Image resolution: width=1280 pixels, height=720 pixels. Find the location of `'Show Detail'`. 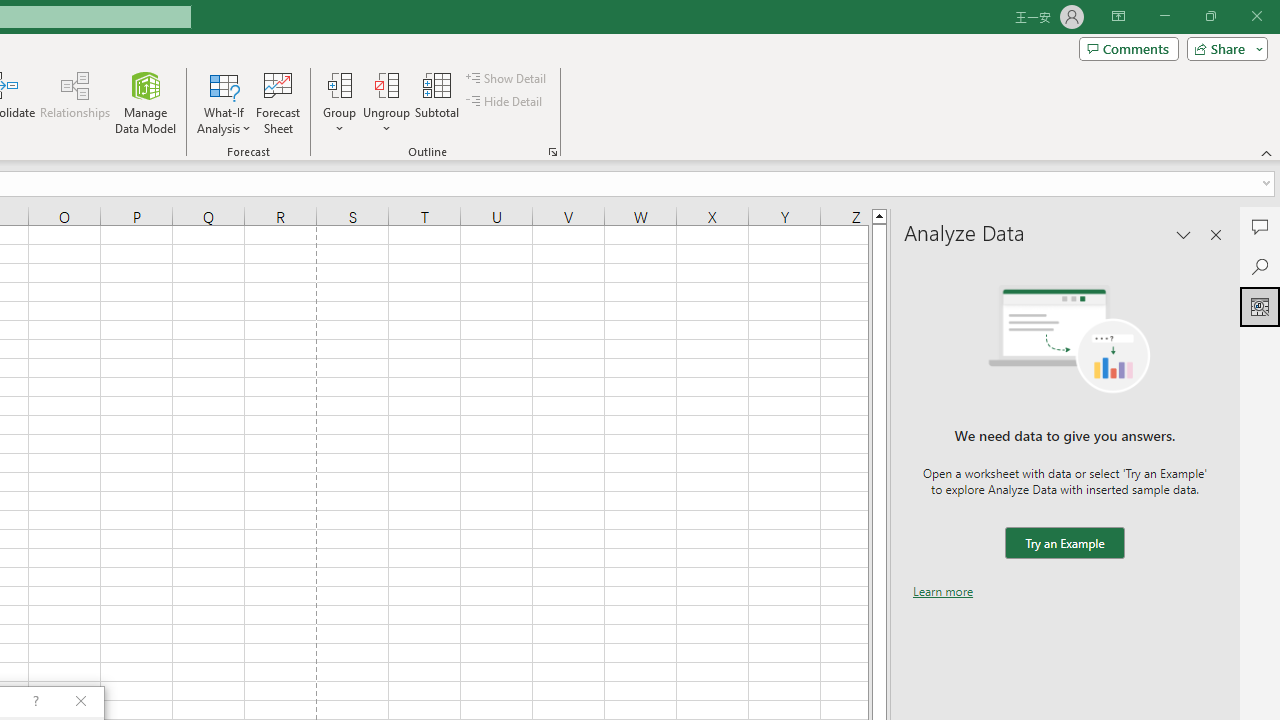

'Show Detail' is located at coordinates (507, 77).